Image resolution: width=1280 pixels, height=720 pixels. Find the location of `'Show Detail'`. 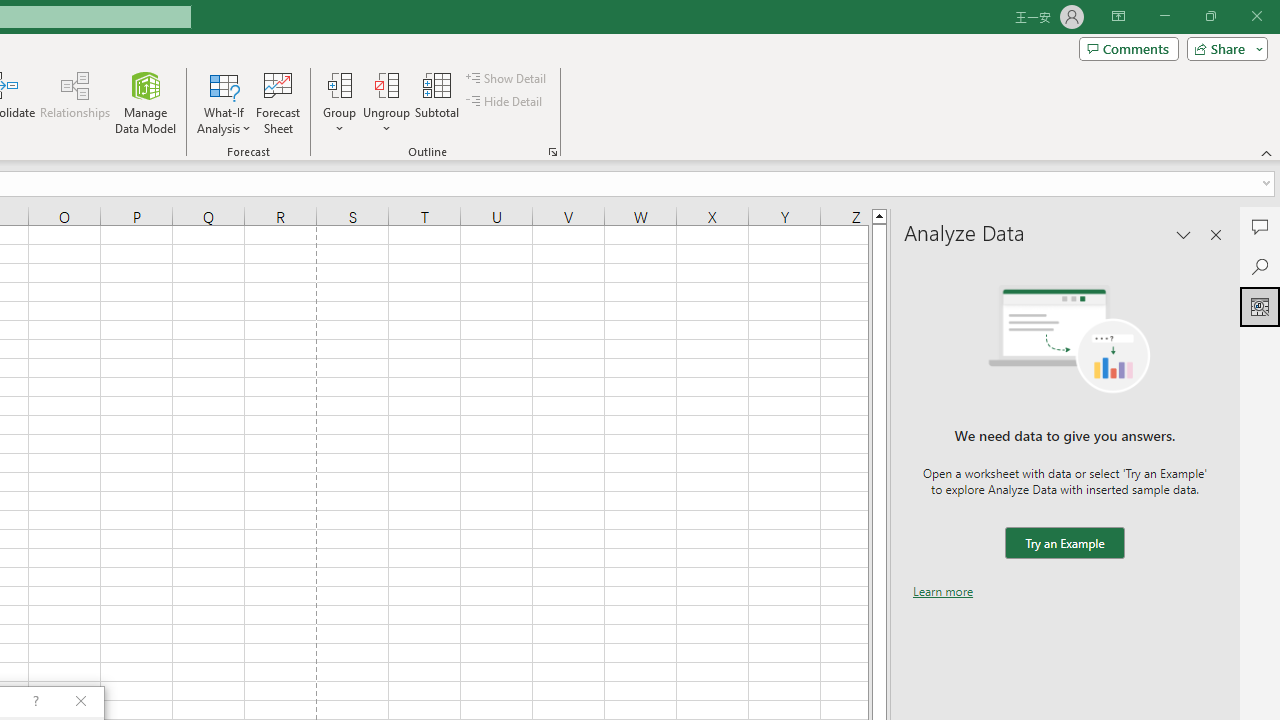

'Show Detail' is located at coordinates (507, 77).